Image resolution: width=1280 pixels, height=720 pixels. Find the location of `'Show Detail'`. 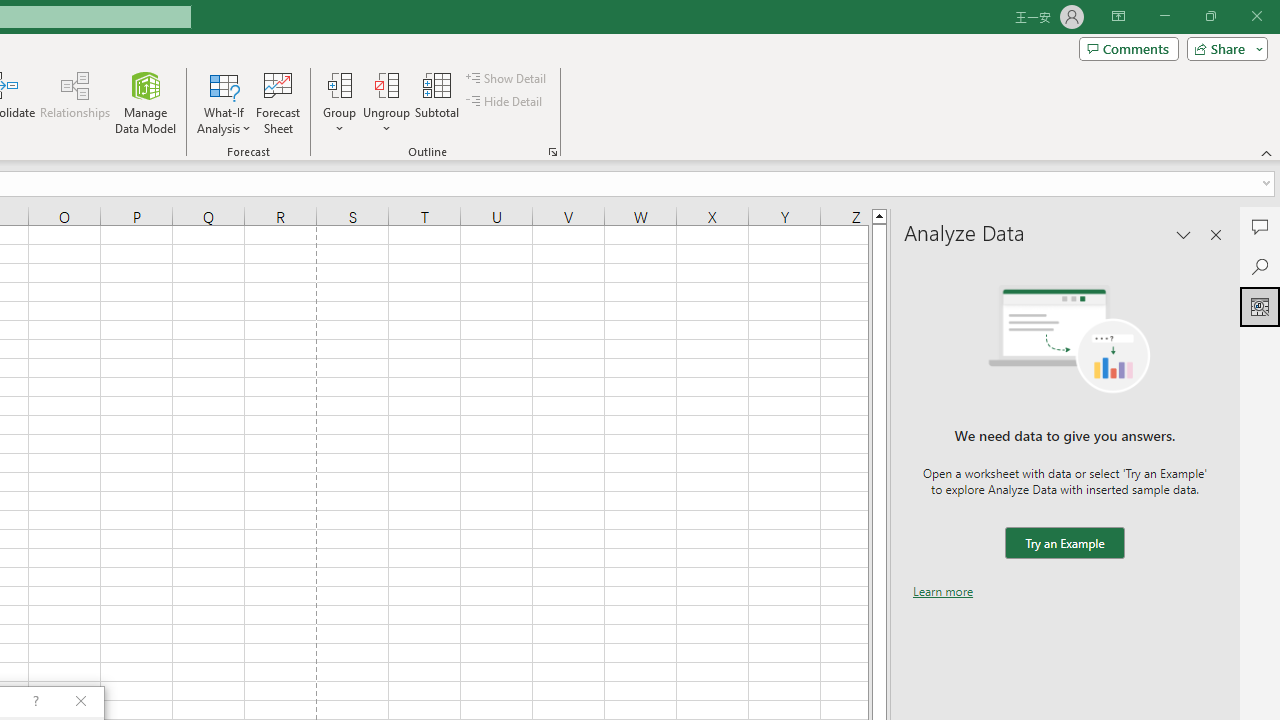

'Show Detail' is located at coordinates (507, 77).